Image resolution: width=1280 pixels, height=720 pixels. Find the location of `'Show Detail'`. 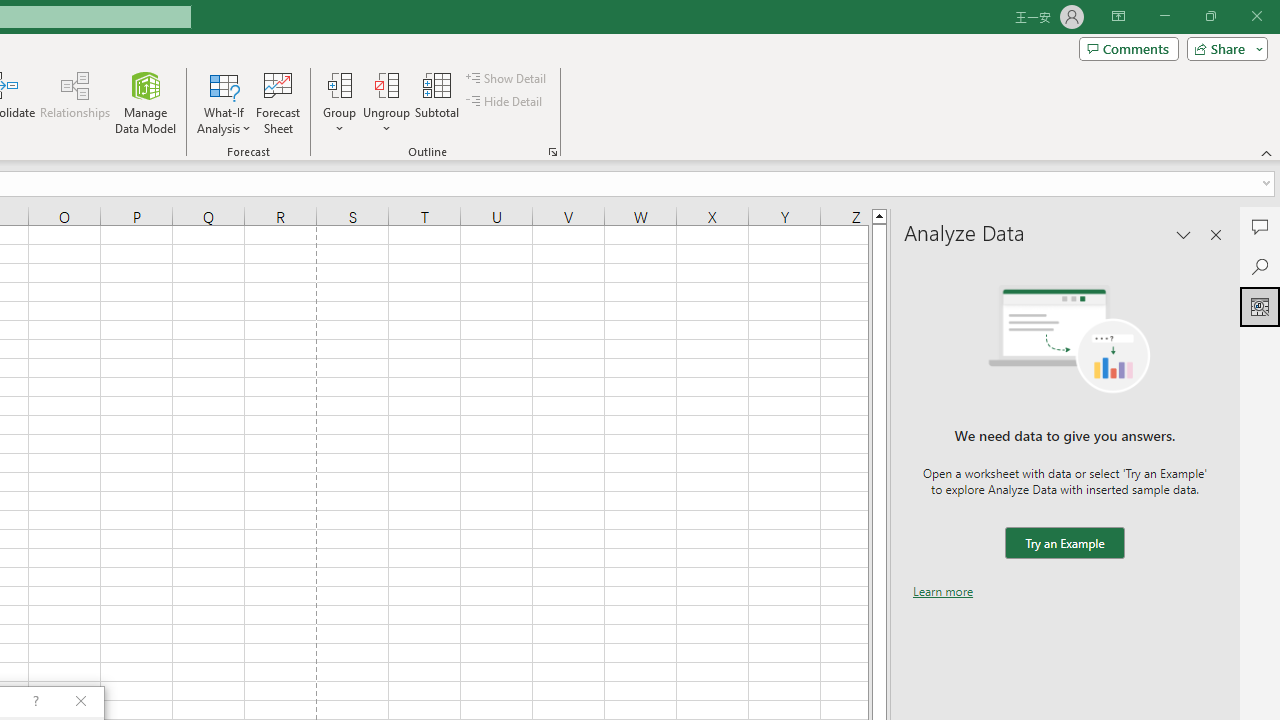

'Show Detail' is located at coordinates (507, 77).